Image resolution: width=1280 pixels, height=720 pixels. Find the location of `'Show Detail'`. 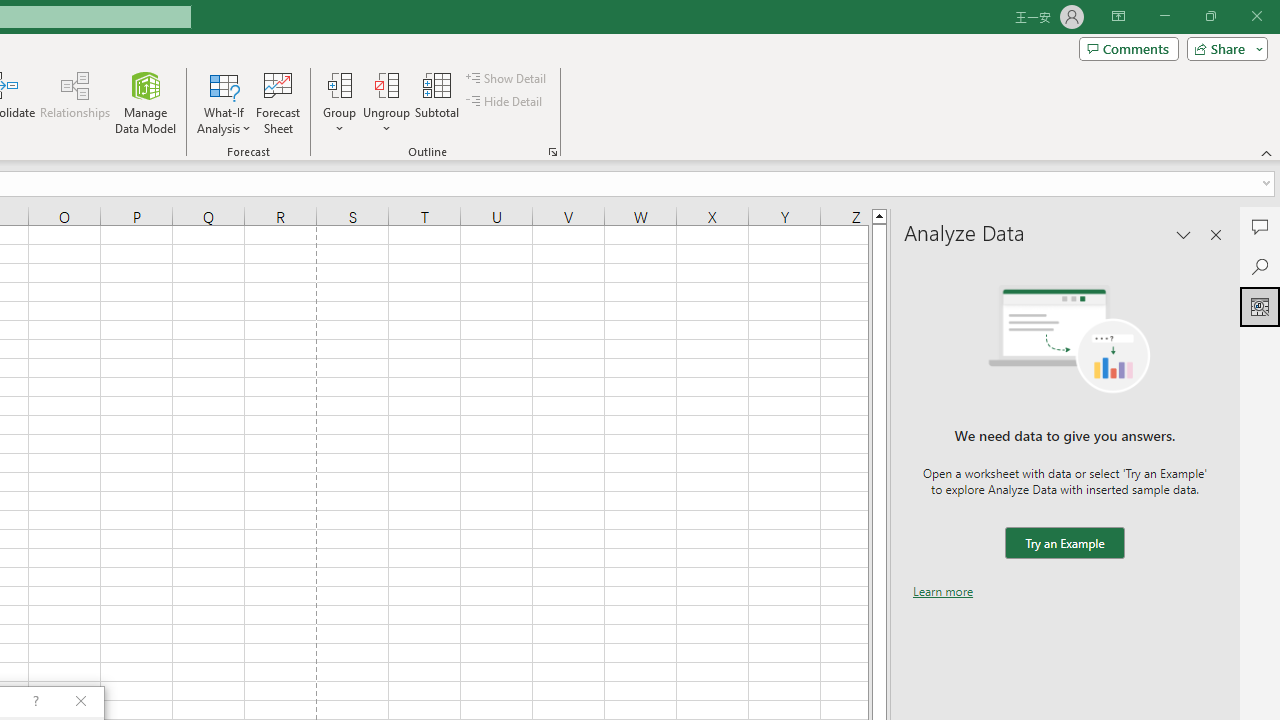

'Show Detail' is located at coordinates (507, 77).